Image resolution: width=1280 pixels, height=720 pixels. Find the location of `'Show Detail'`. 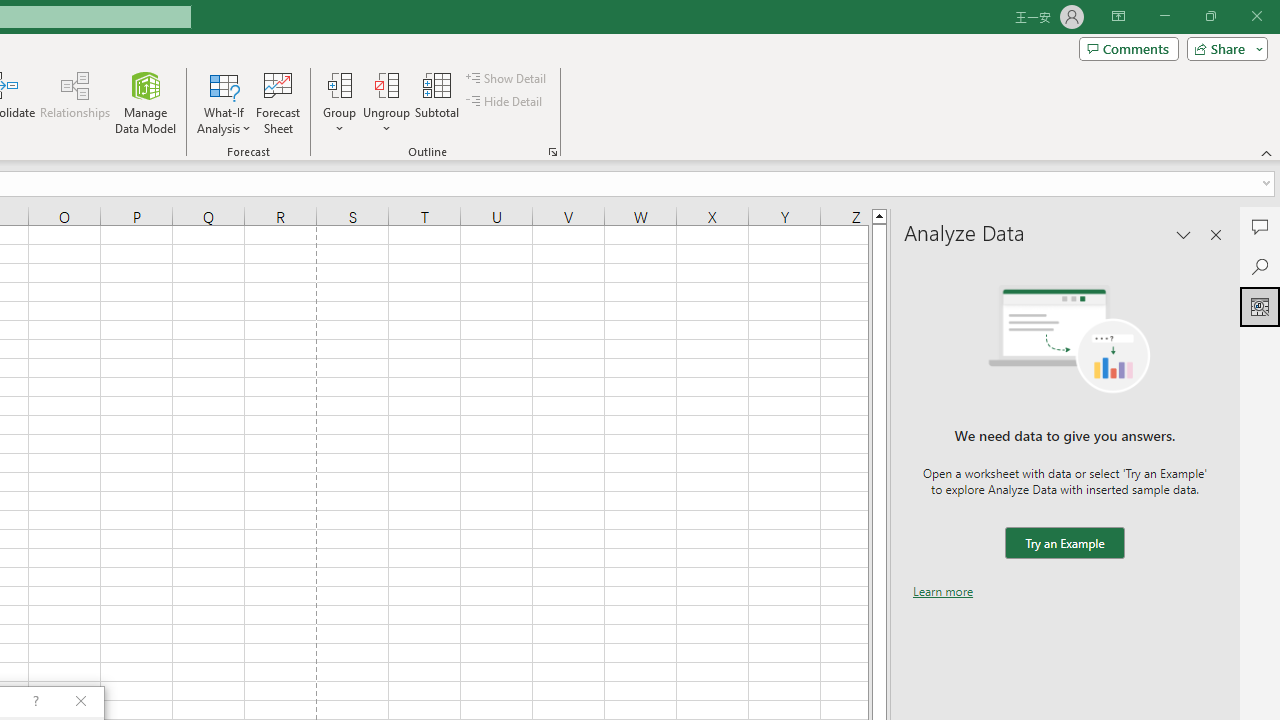

'Show Detail' is located at coordinates (507, 77).